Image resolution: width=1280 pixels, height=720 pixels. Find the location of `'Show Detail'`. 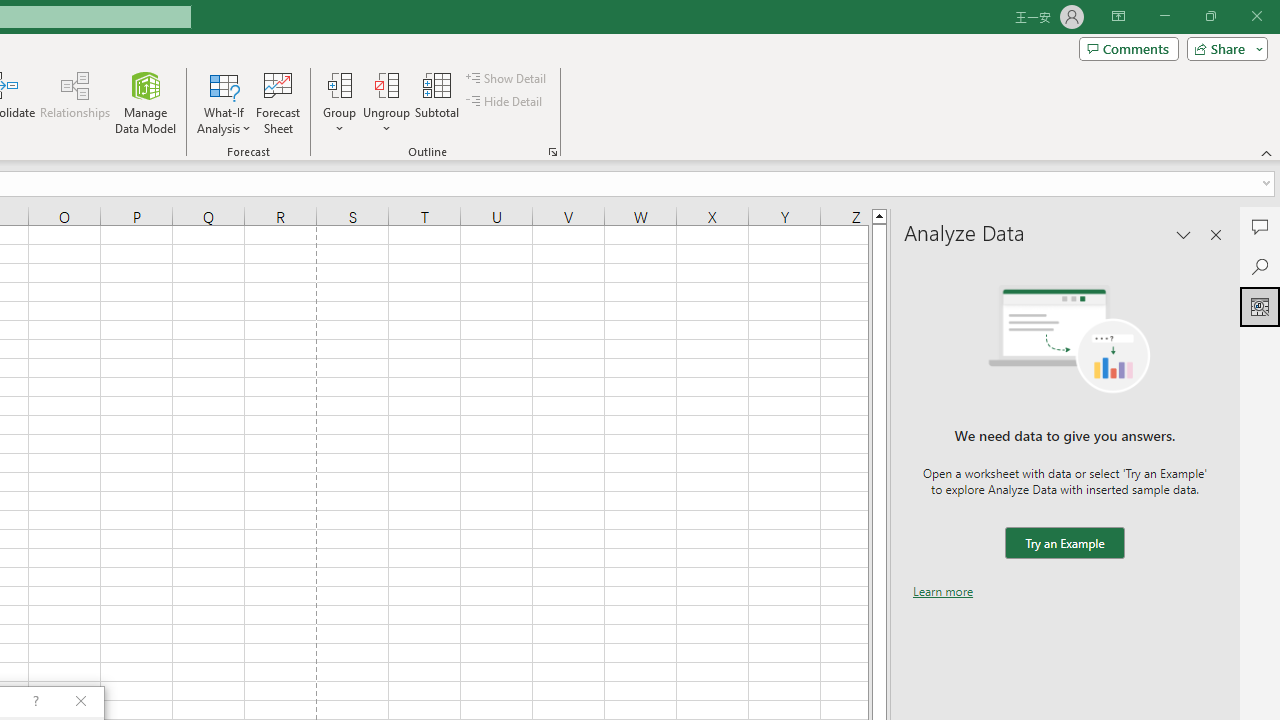

'Show Detail' is located at coordinates (507, 77).